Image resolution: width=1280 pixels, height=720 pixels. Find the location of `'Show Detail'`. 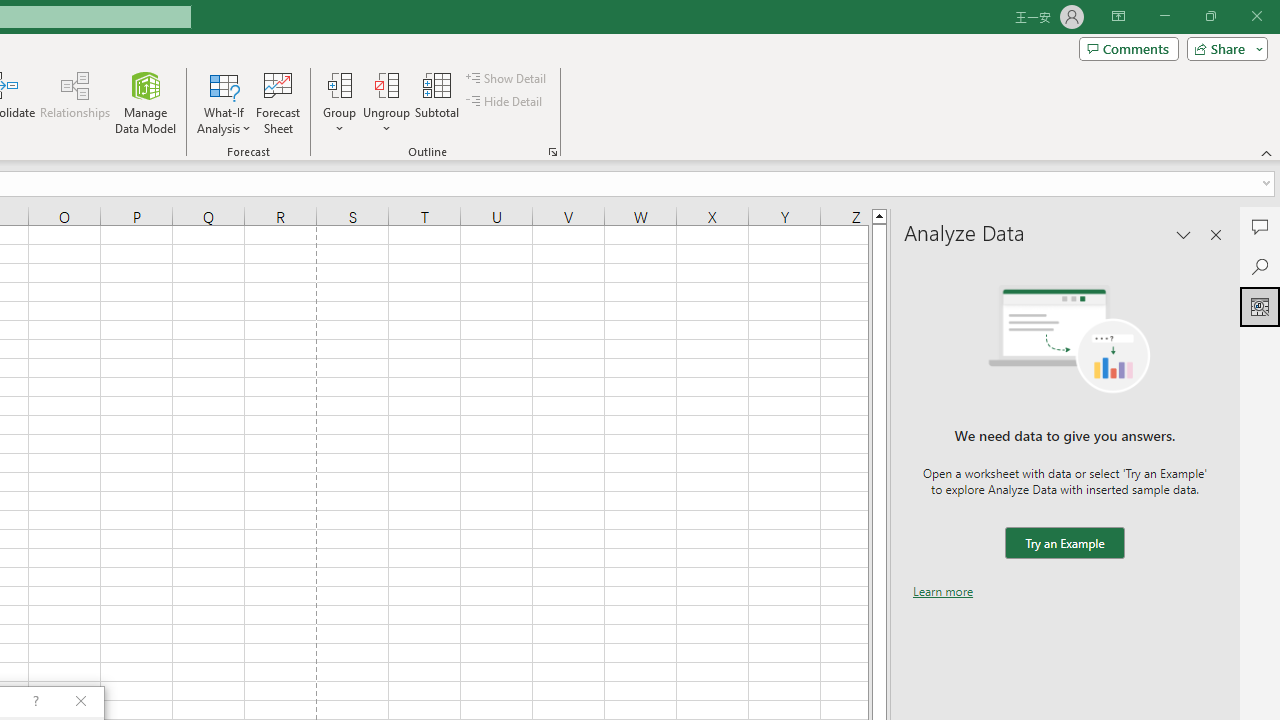

'Show Detail' is located at coordinates (507, 77).